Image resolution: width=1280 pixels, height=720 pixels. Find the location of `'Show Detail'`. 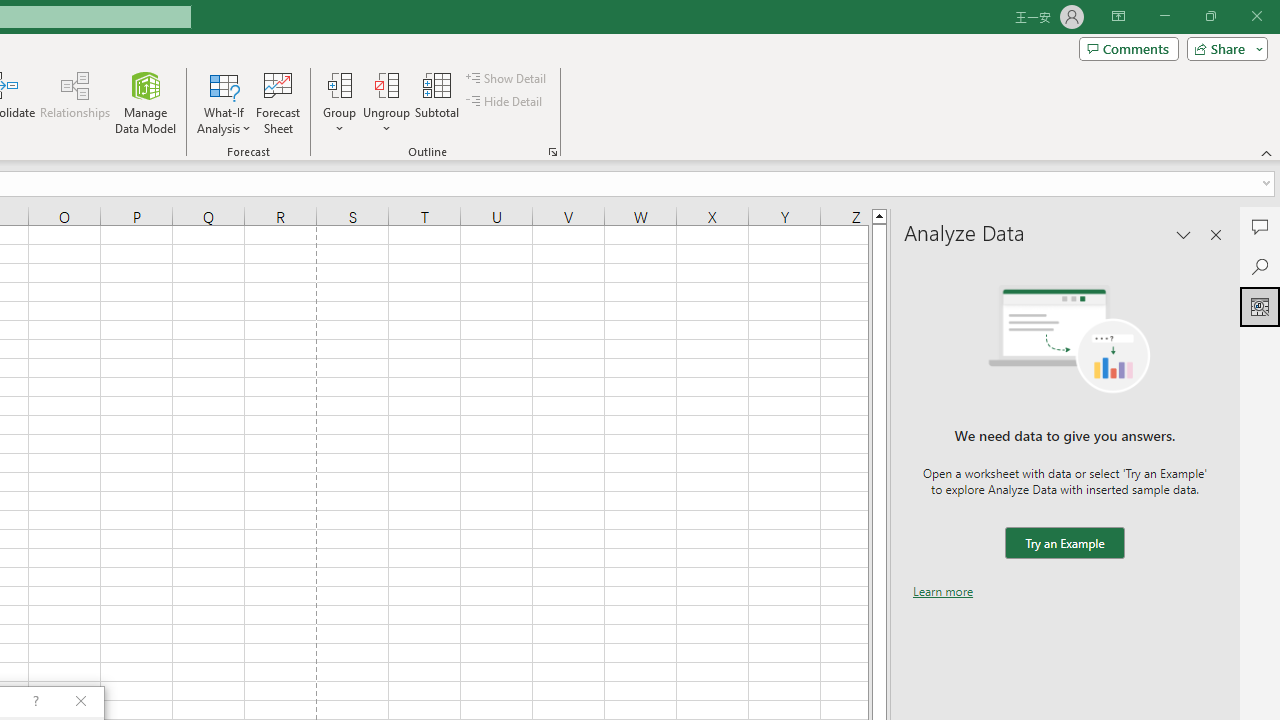

'Show Detail' is located at coordinates (507, 77).